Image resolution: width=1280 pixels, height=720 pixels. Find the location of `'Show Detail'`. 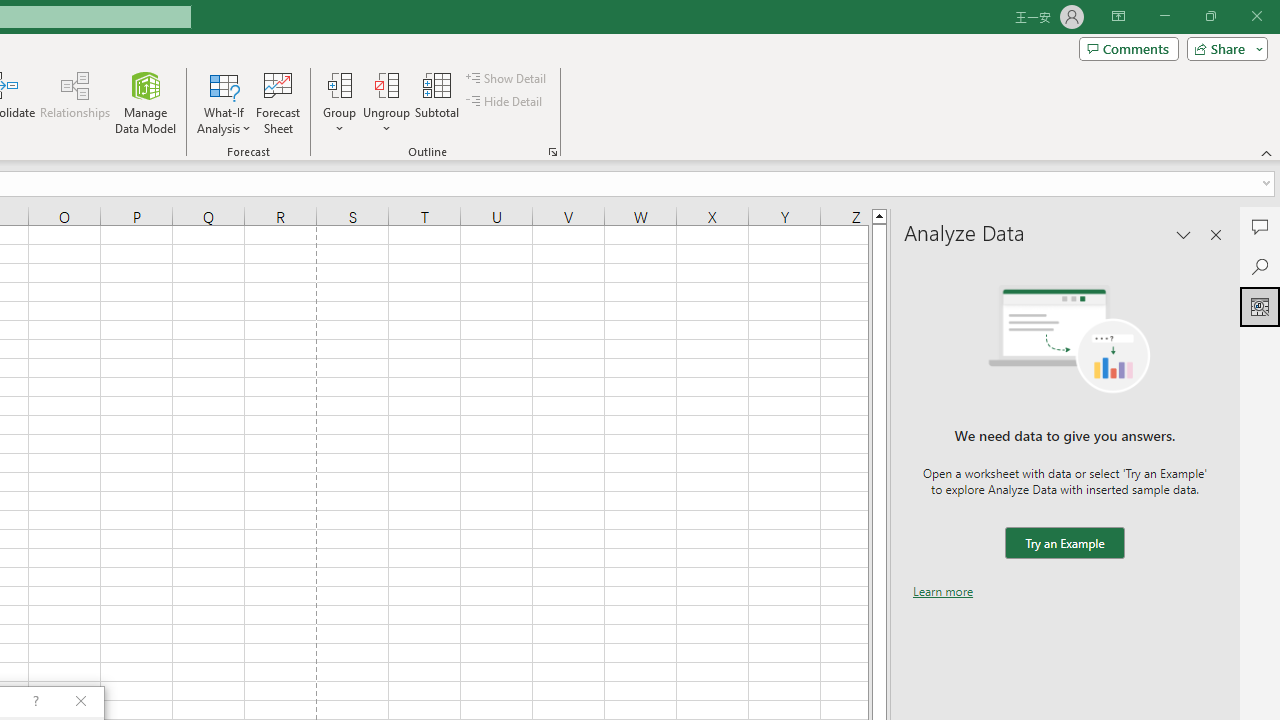

'Show Detail' is located at coordinates (507, 77).